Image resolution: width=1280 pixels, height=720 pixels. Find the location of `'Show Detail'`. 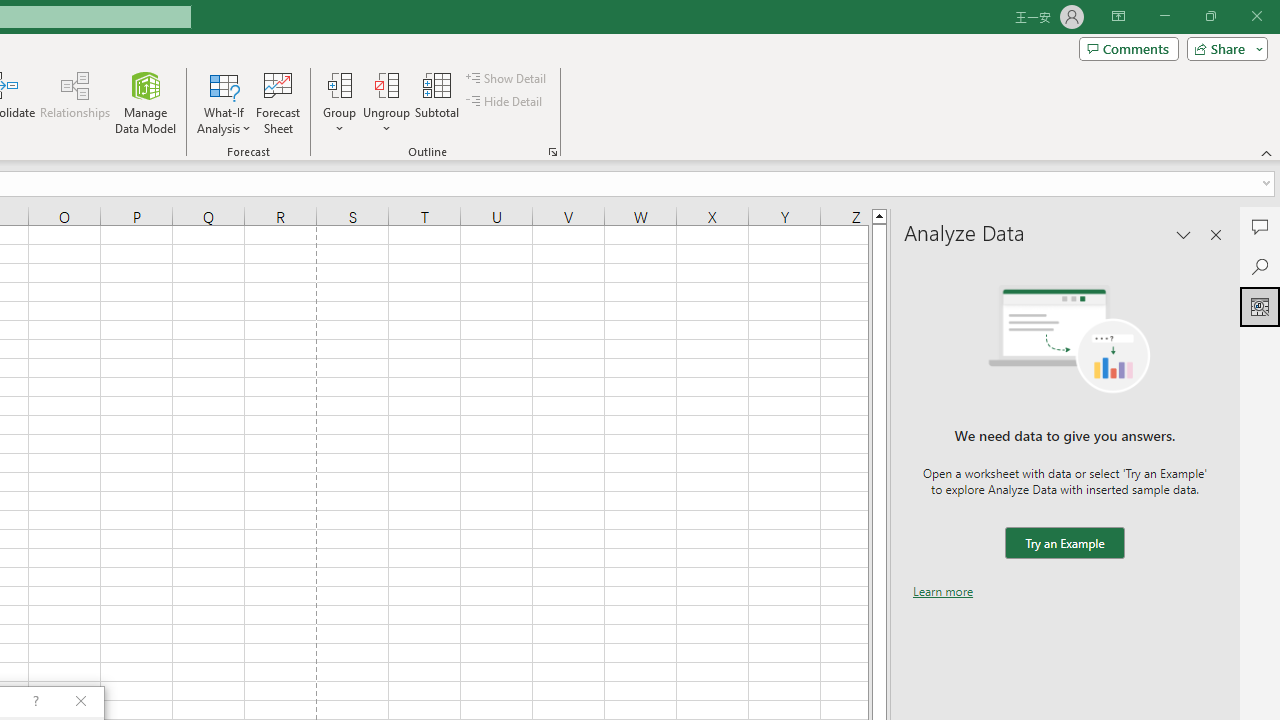

'Show Detail' is located at coordinates (507, 77).